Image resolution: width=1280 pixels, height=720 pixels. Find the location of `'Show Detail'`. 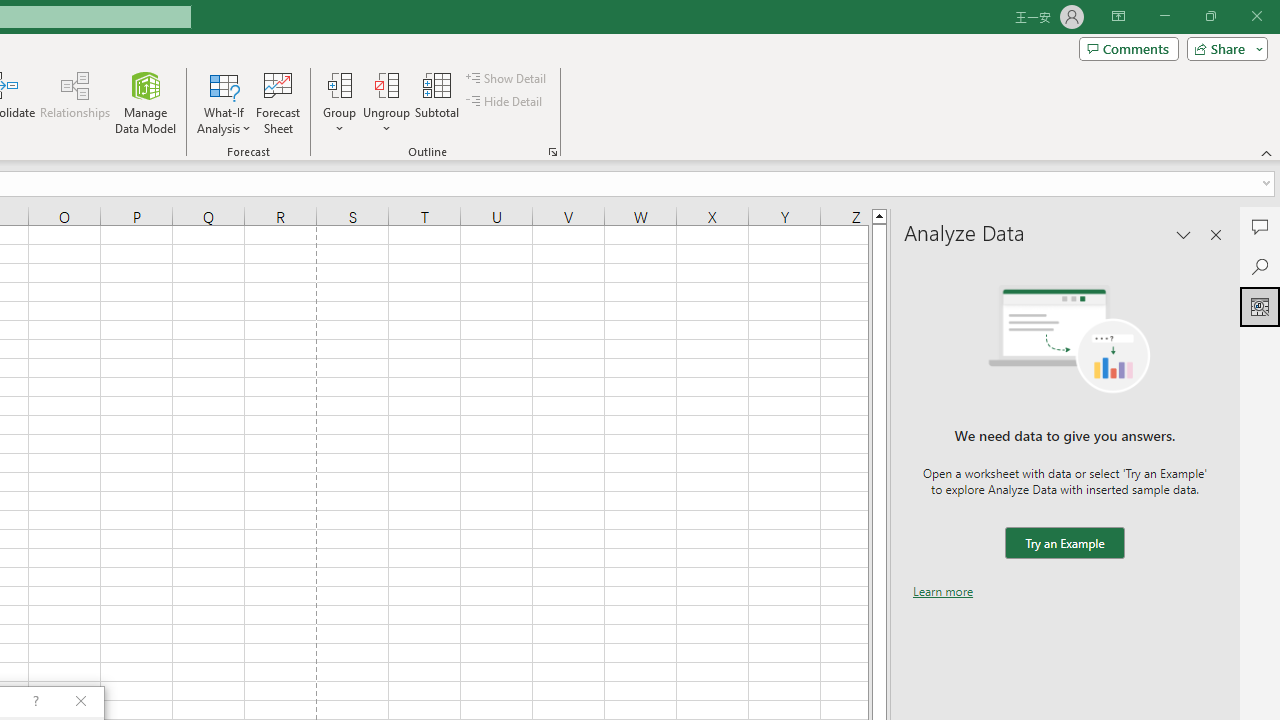

'Show Detail' is located at coordinates (507, 77).